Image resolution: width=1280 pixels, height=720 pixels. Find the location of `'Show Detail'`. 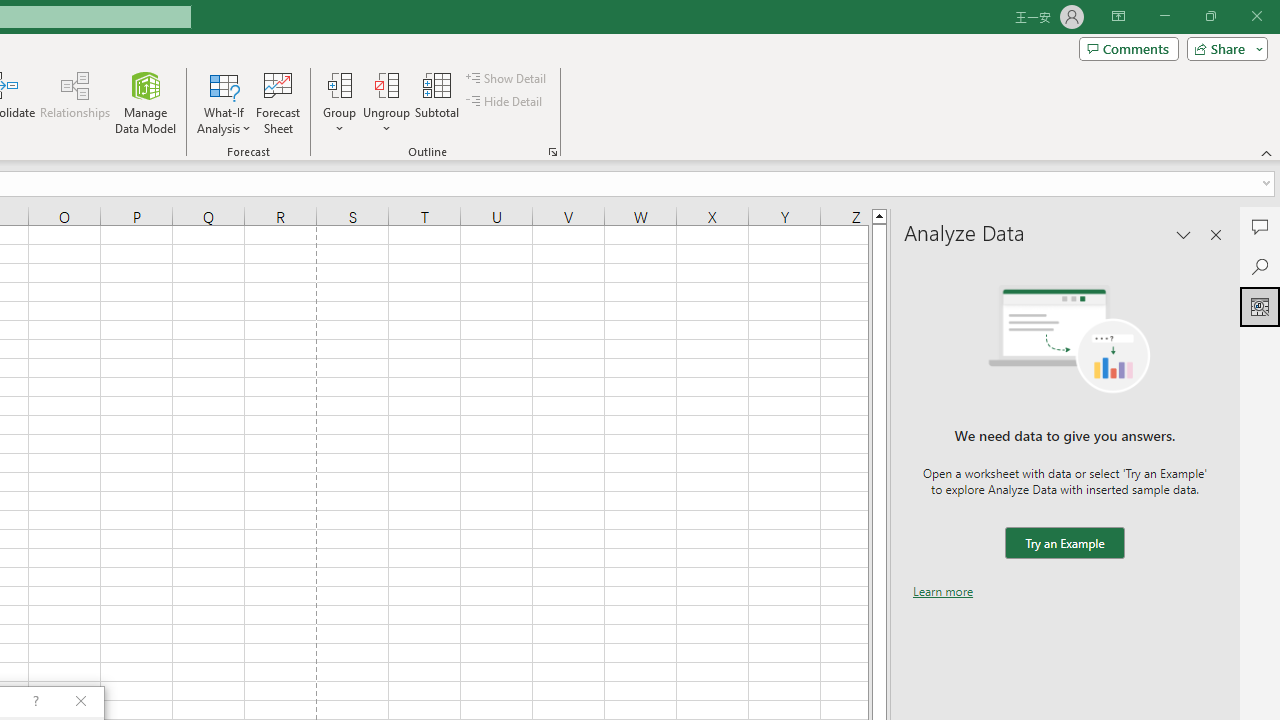

'Show Detail' is located at coordinates (507, 77).